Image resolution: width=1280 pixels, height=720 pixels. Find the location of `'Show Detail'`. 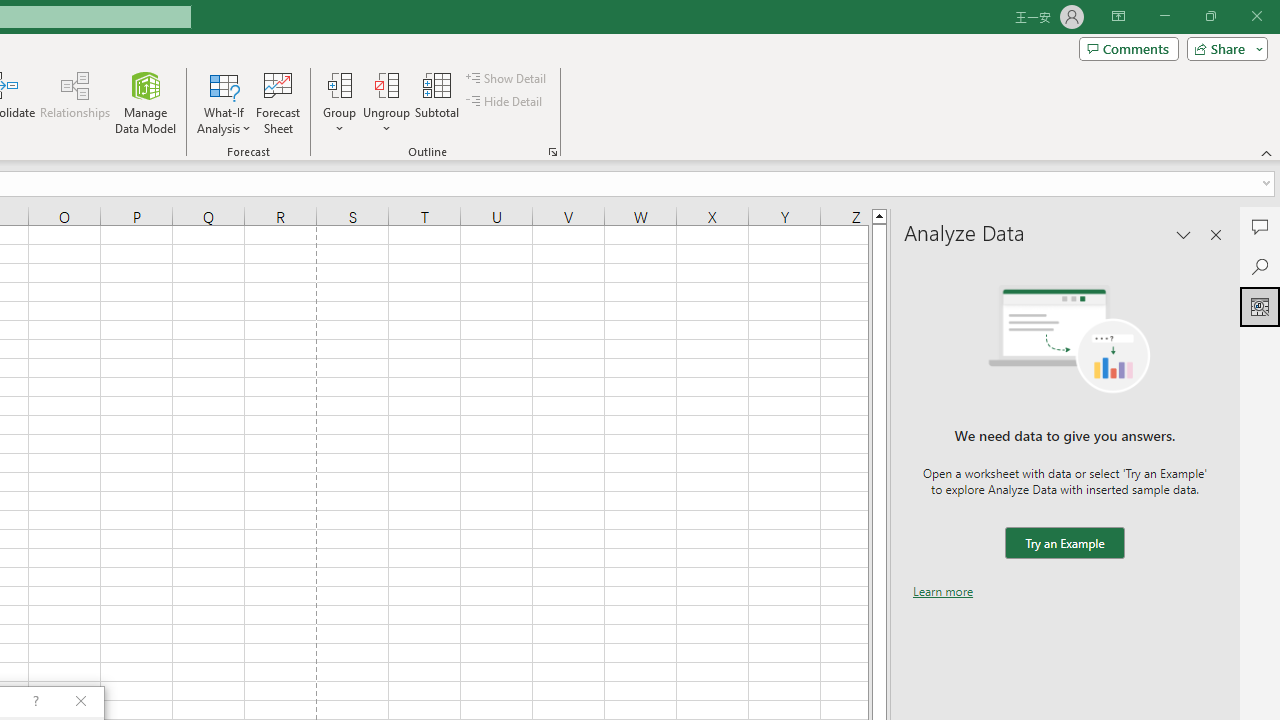

'Show Detail' is located at coordinates (507, 77).